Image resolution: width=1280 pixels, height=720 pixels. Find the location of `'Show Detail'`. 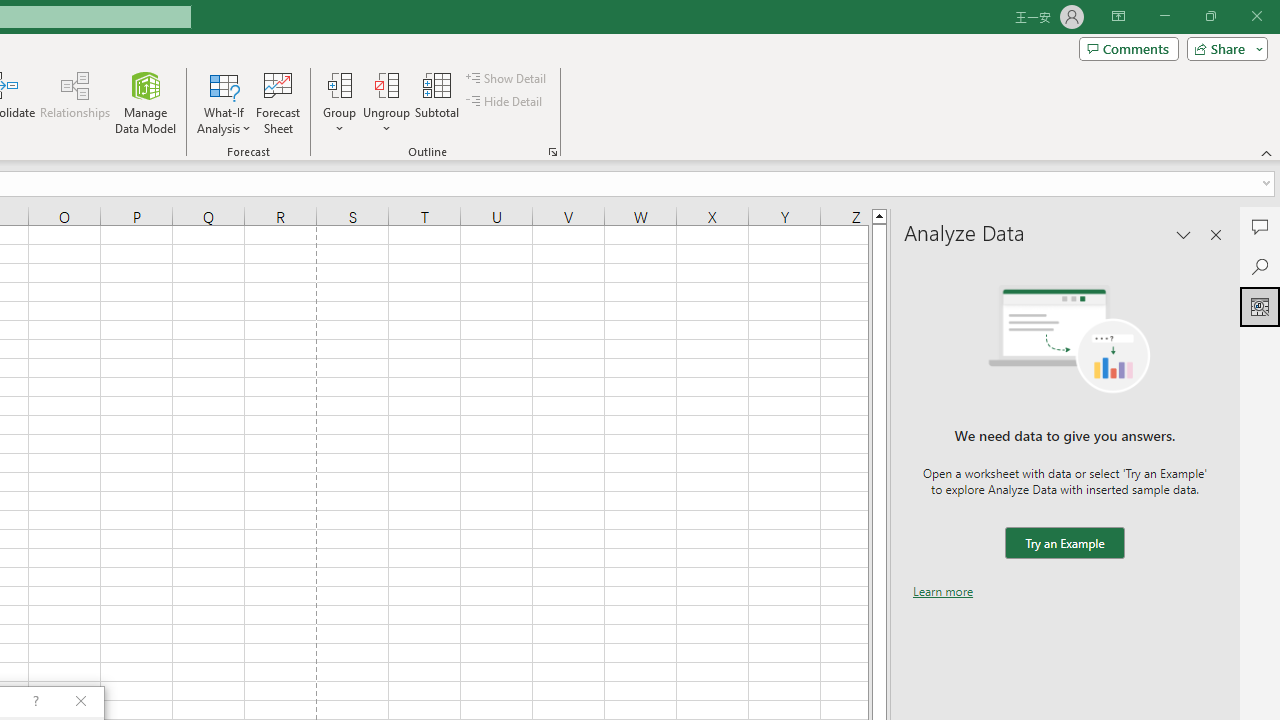

'Show Detail' is located at coordinates (507, 77).